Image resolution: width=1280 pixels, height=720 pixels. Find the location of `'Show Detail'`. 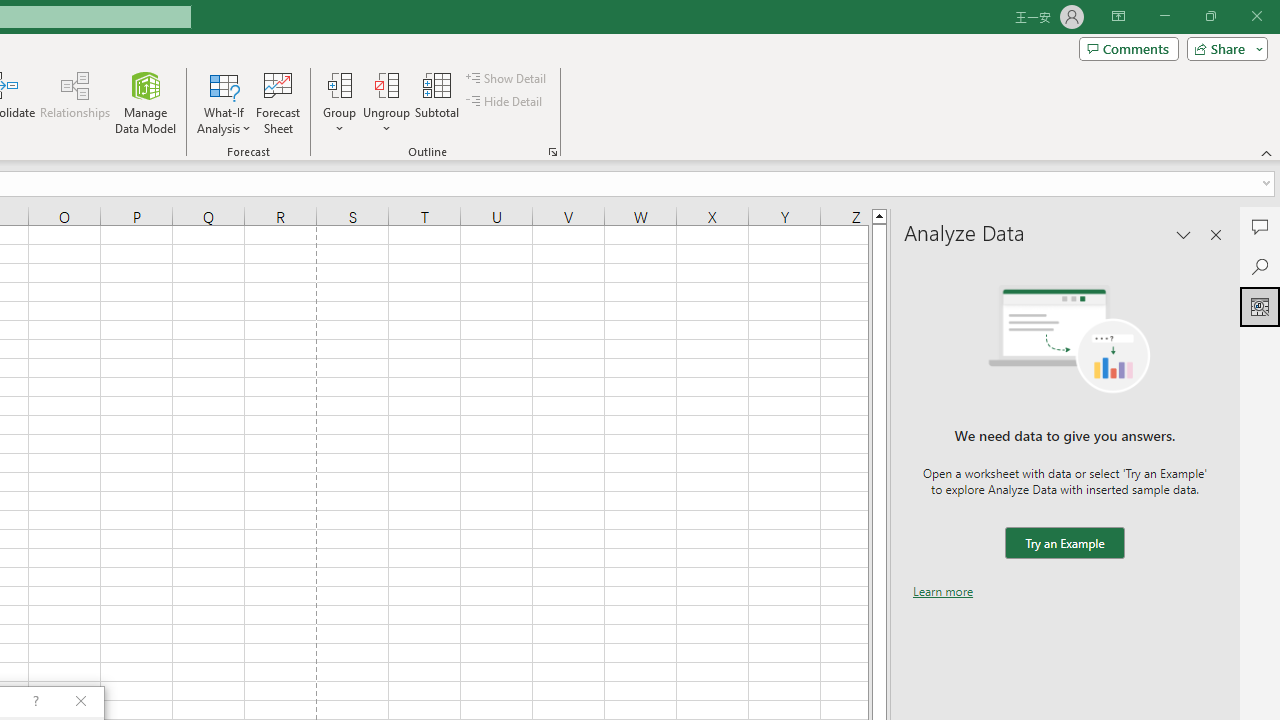

'Show Detail' is located at coordinates (507, 77).